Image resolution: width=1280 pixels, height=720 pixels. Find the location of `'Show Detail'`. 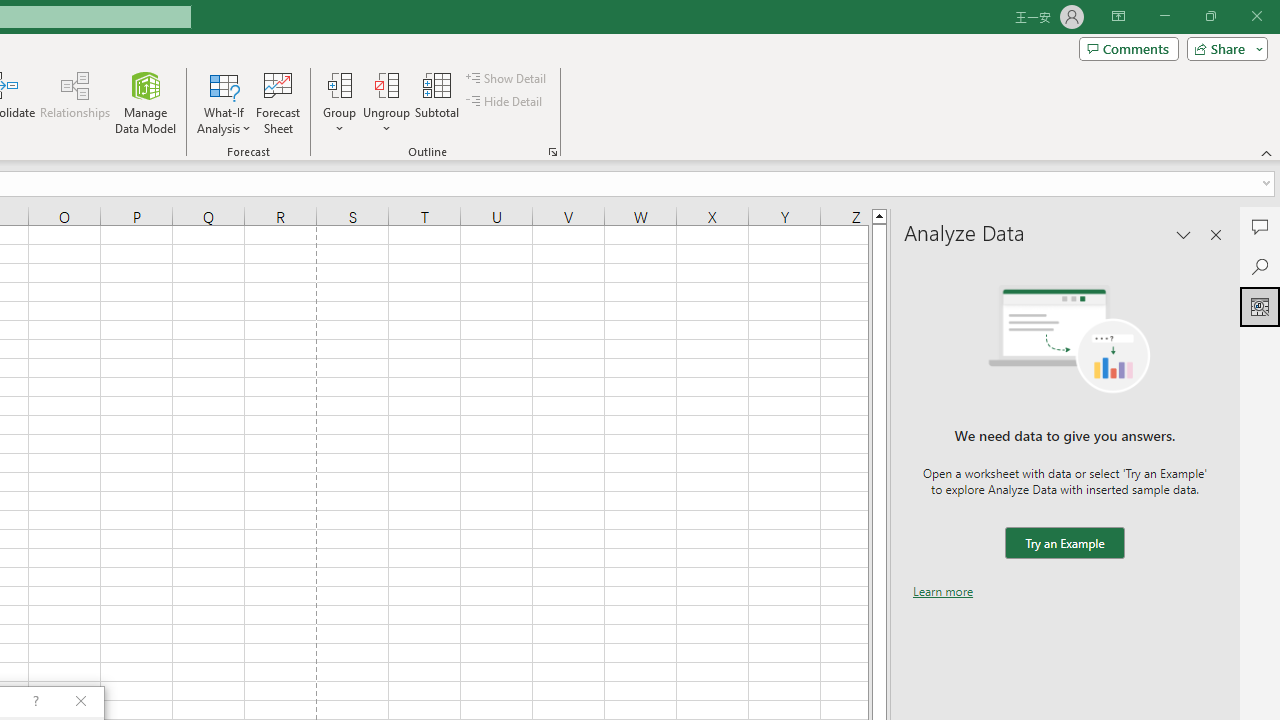

'Show Detail' is located at coordinates (507, 77).